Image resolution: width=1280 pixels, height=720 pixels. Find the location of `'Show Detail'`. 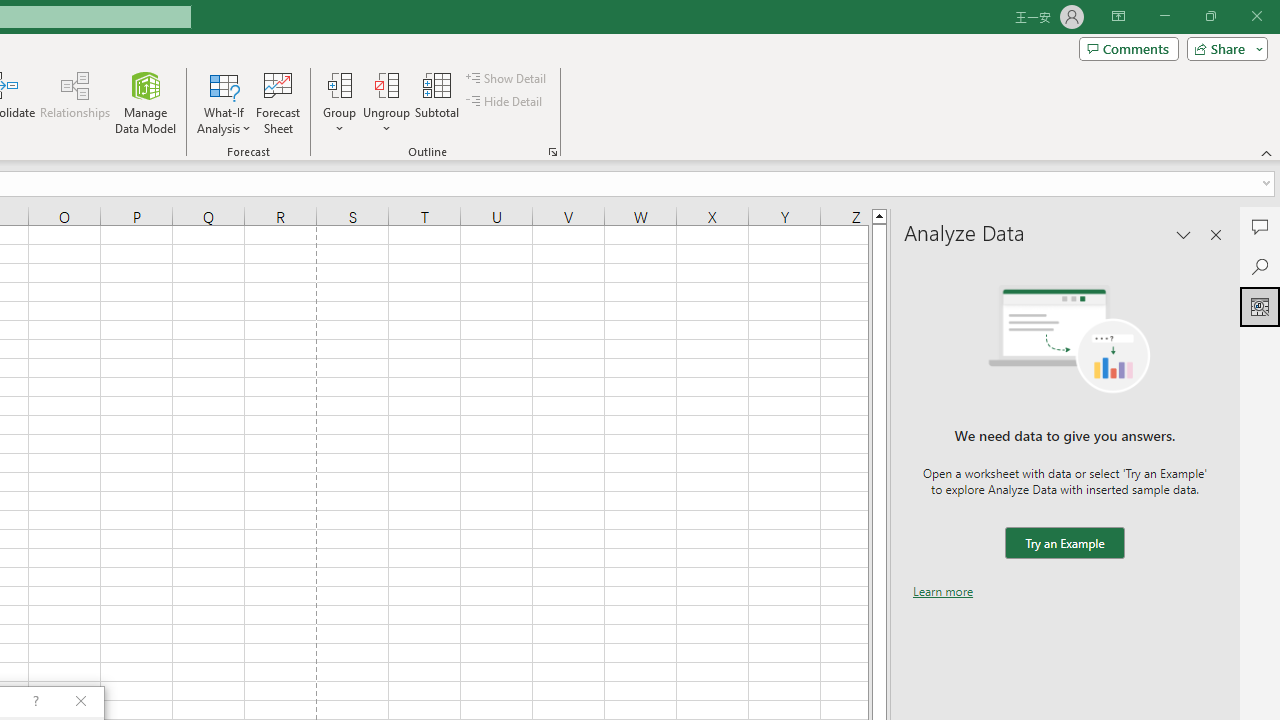

'Show Detail' is located at coordinates (507, 77).